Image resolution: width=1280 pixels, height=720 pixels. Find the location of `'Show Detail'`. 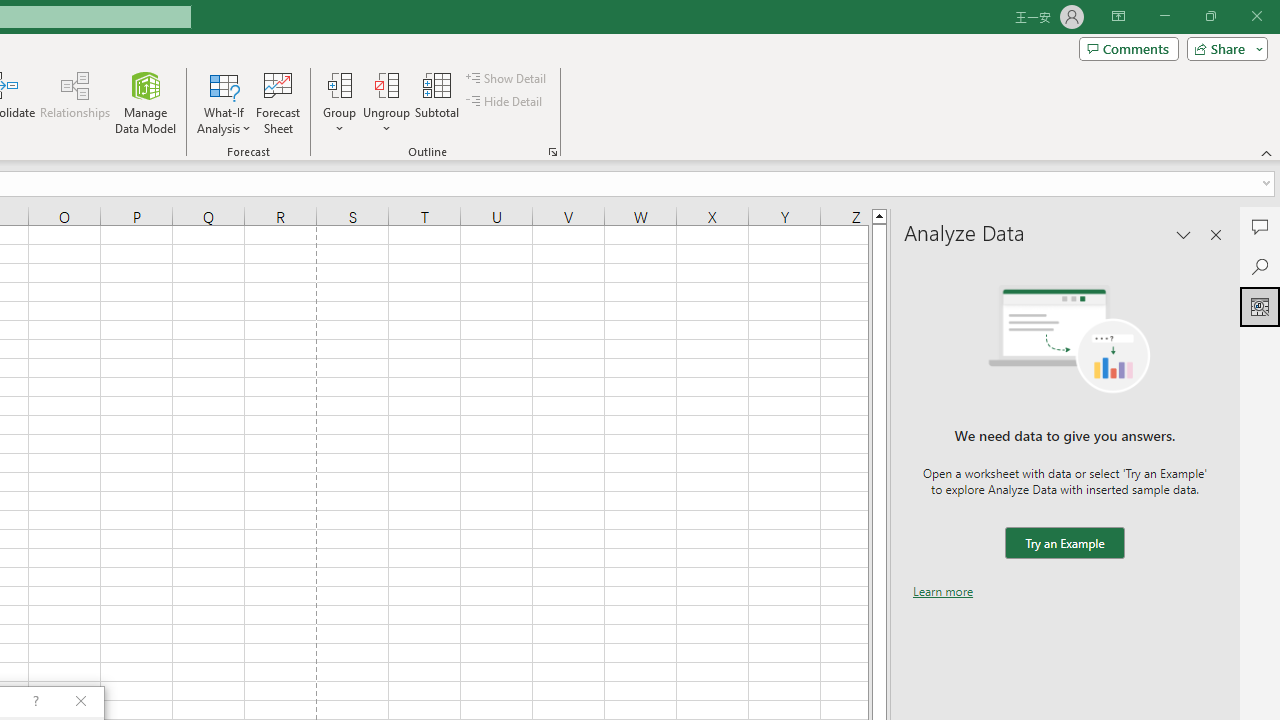

'Show Detail' is located at coordinates (507, 77).